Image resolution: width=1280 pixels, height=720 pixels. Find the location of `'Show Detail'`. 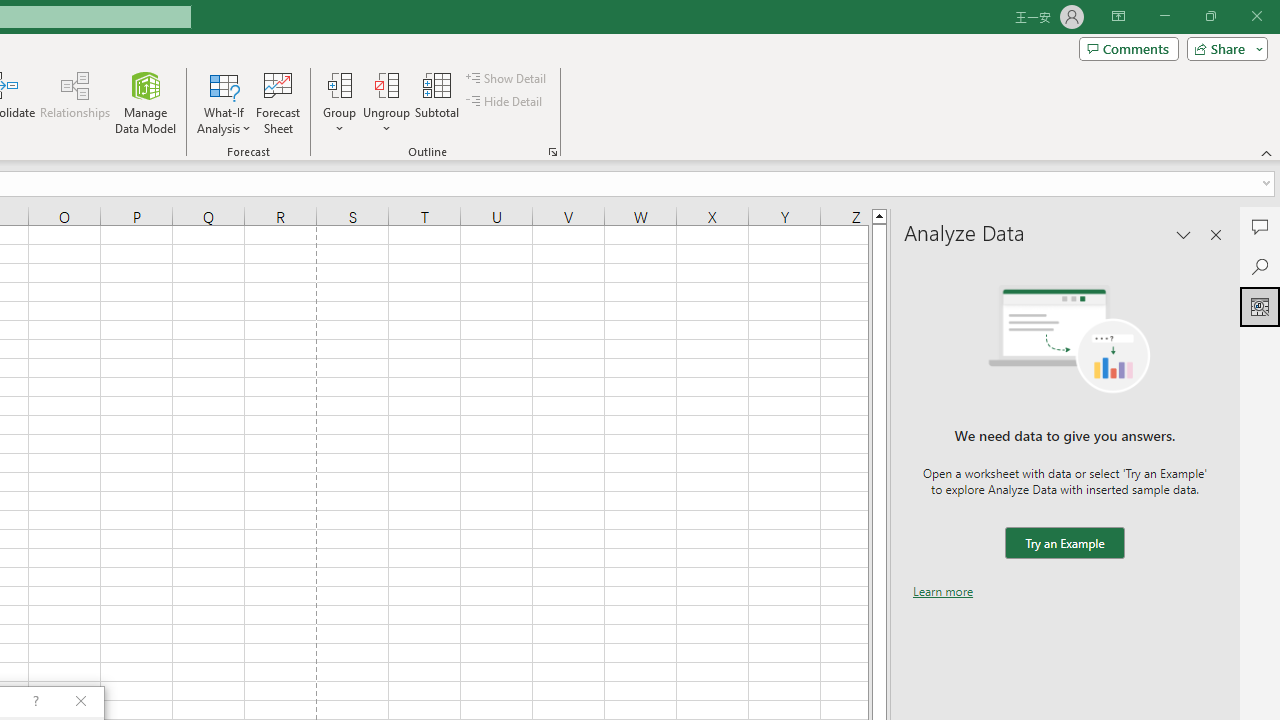

'Show Detail' is located at coordinates (507, 77).